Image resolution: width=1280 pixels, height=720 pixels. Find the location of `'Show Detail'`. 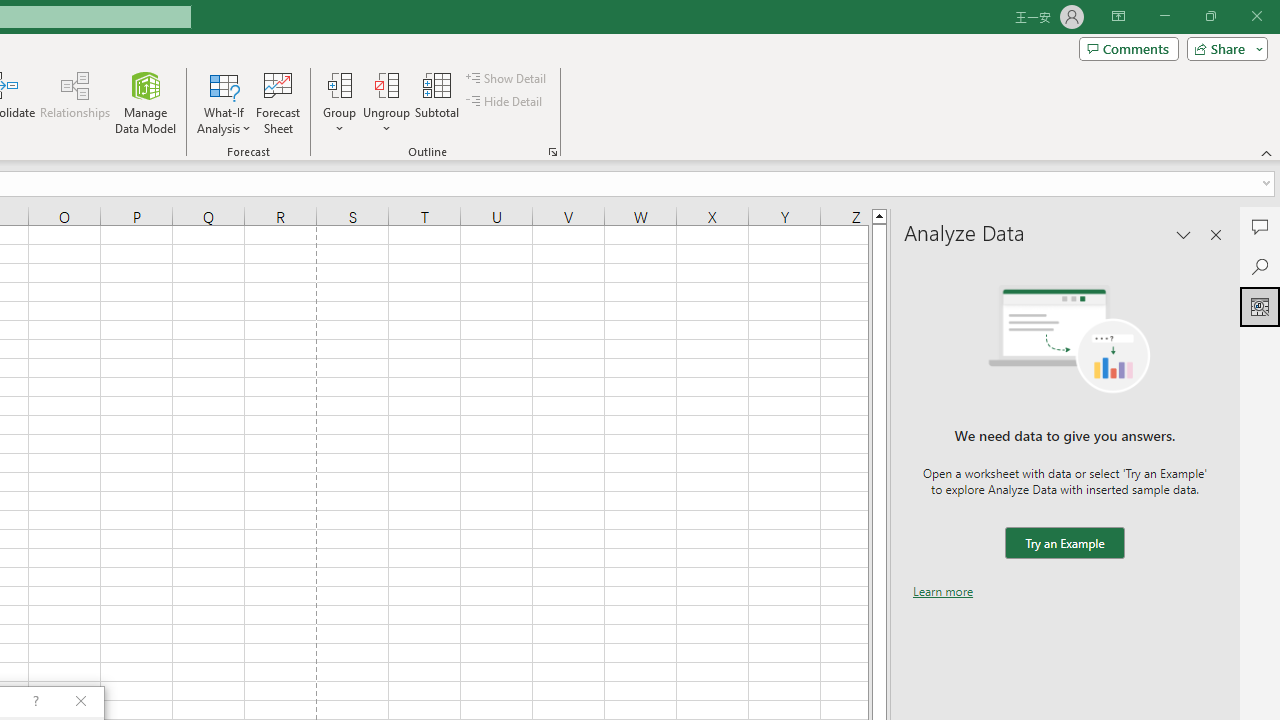

'Show Detail' is located at coordinates (507, 77).